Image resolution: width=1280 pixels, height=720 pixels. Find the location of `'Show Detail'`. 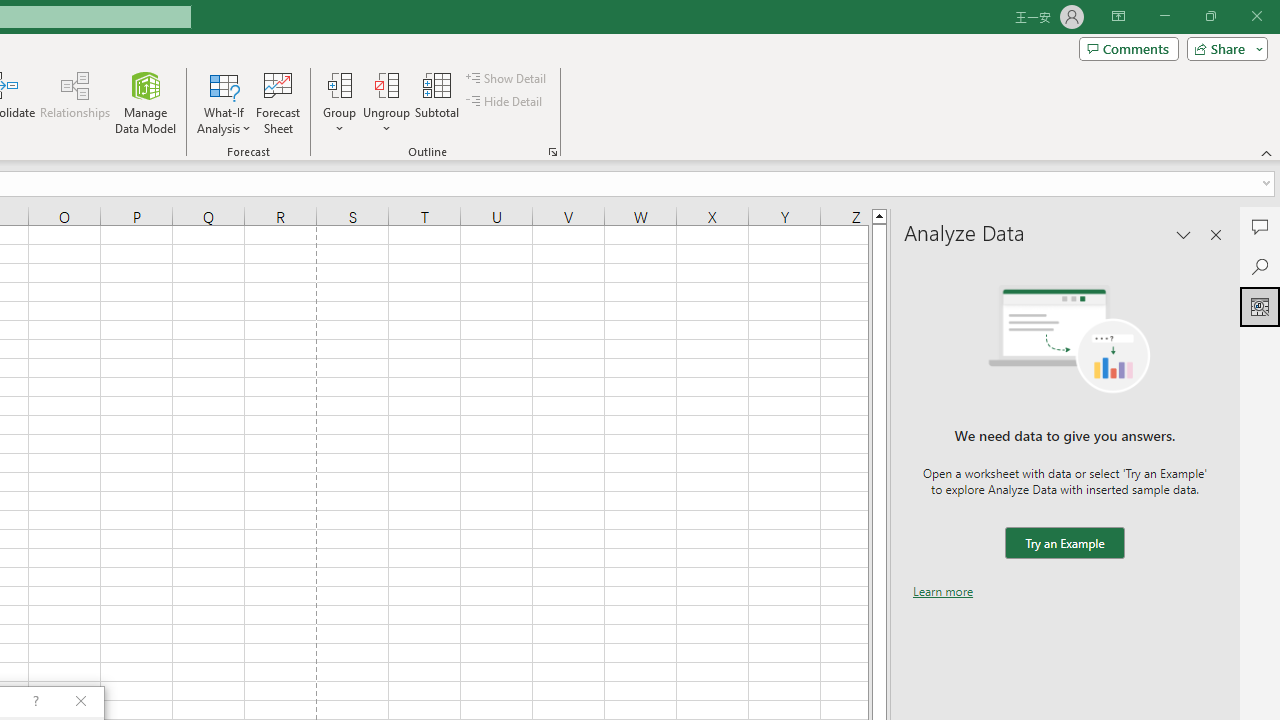

'Show Detail' is located at coordinates (507, 77).